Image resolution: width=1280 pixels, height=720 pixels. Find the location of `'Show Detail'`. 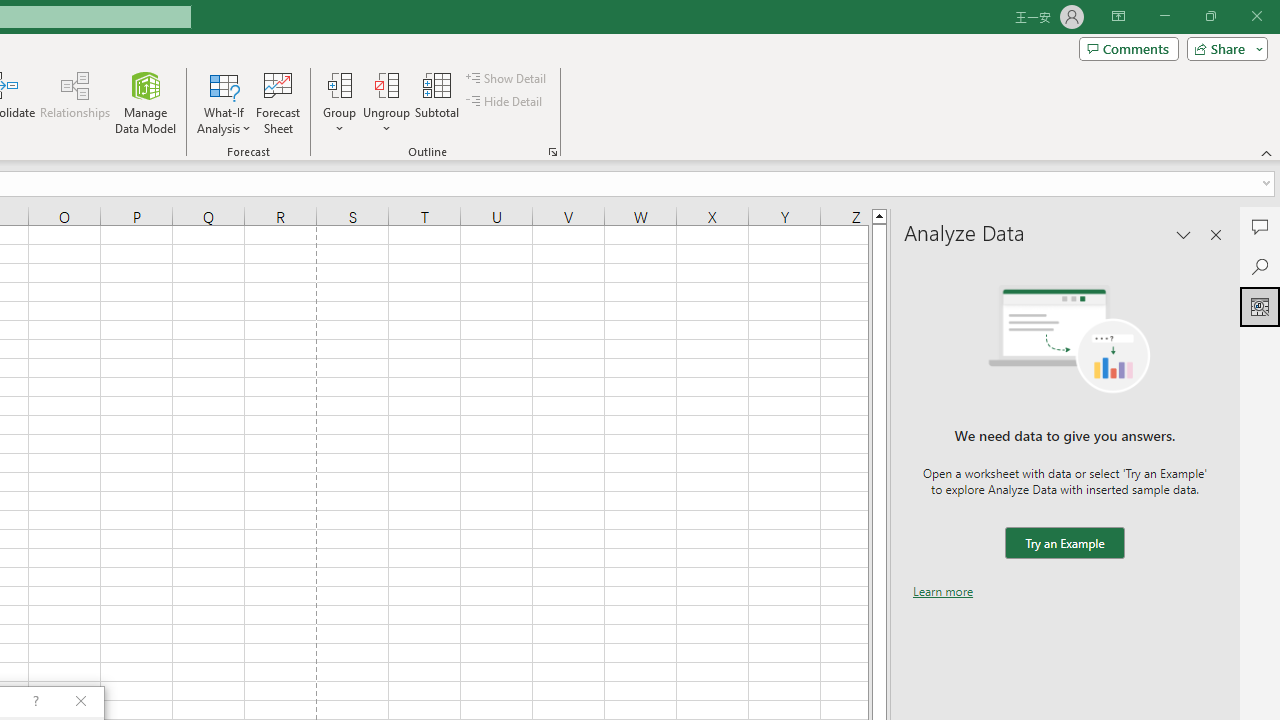

'Show Detail' is located at coordinates (507, 77).